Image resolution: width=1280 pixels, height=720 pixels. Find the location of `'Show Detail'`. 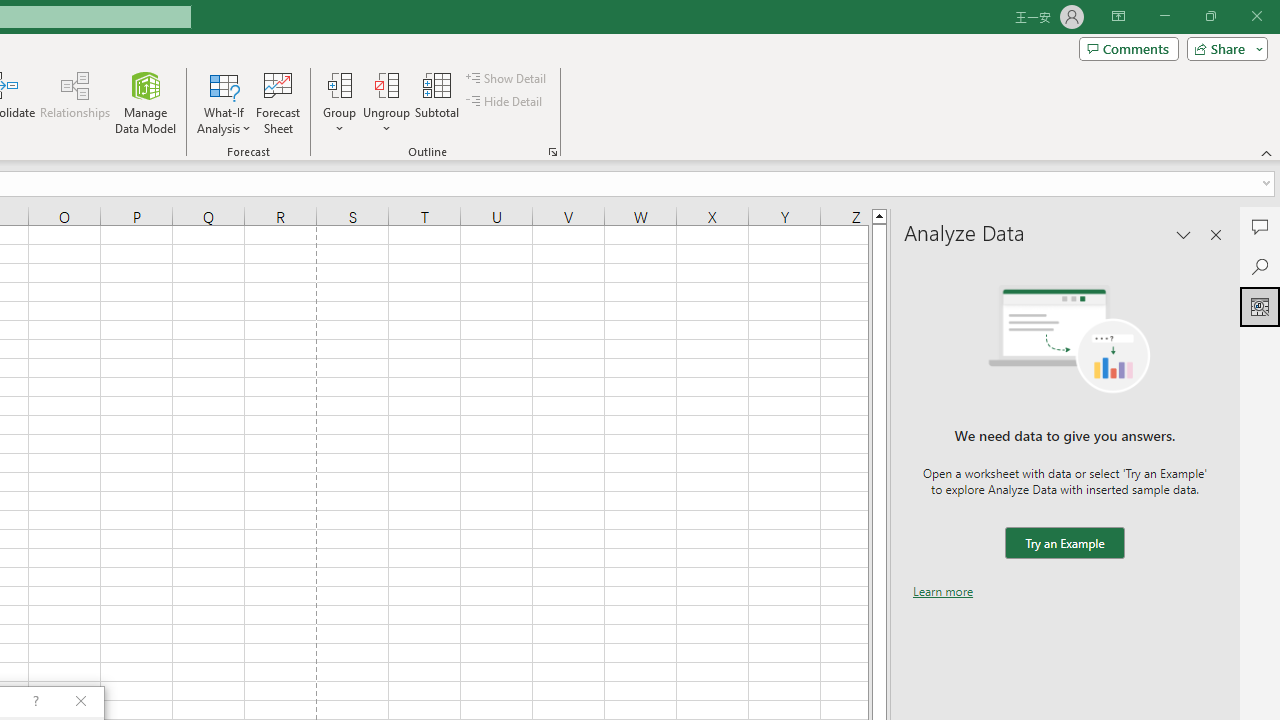

'Show Detail' is located at coordinates (507, 77).